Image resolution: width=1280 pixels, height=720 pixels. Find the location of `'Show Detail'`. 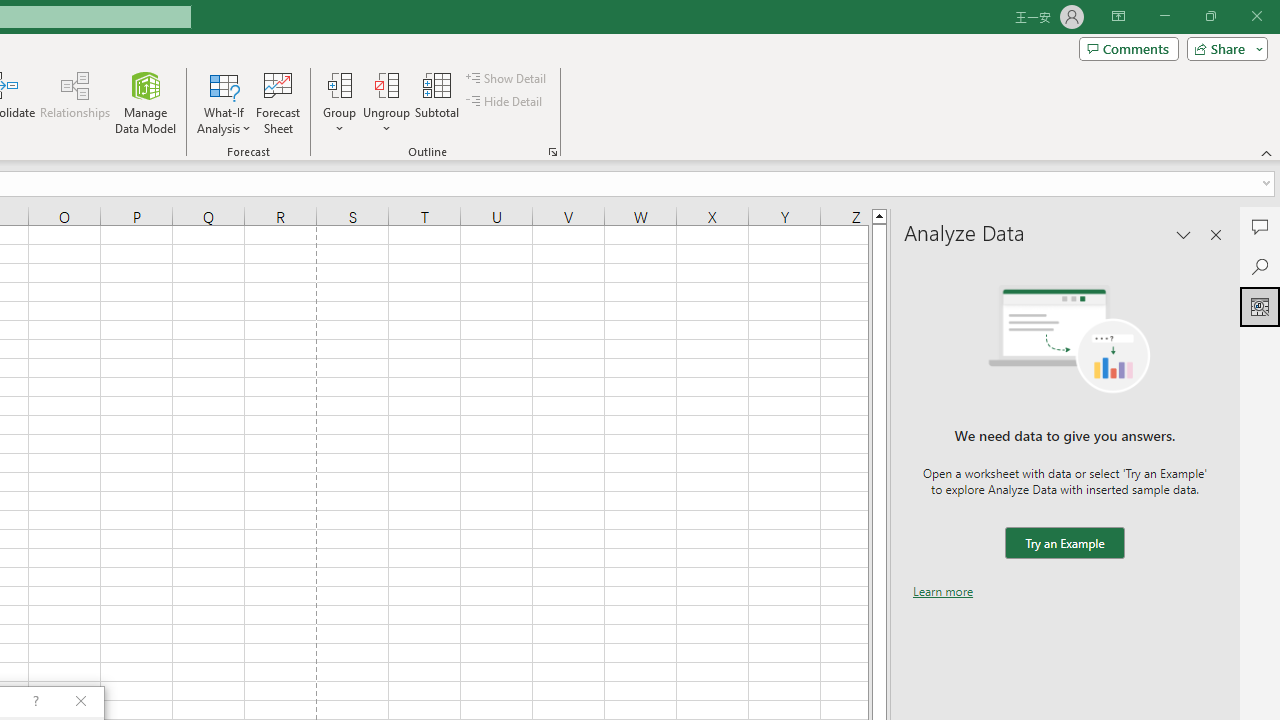

'Show Detail' is located at coordinates (507, 77).